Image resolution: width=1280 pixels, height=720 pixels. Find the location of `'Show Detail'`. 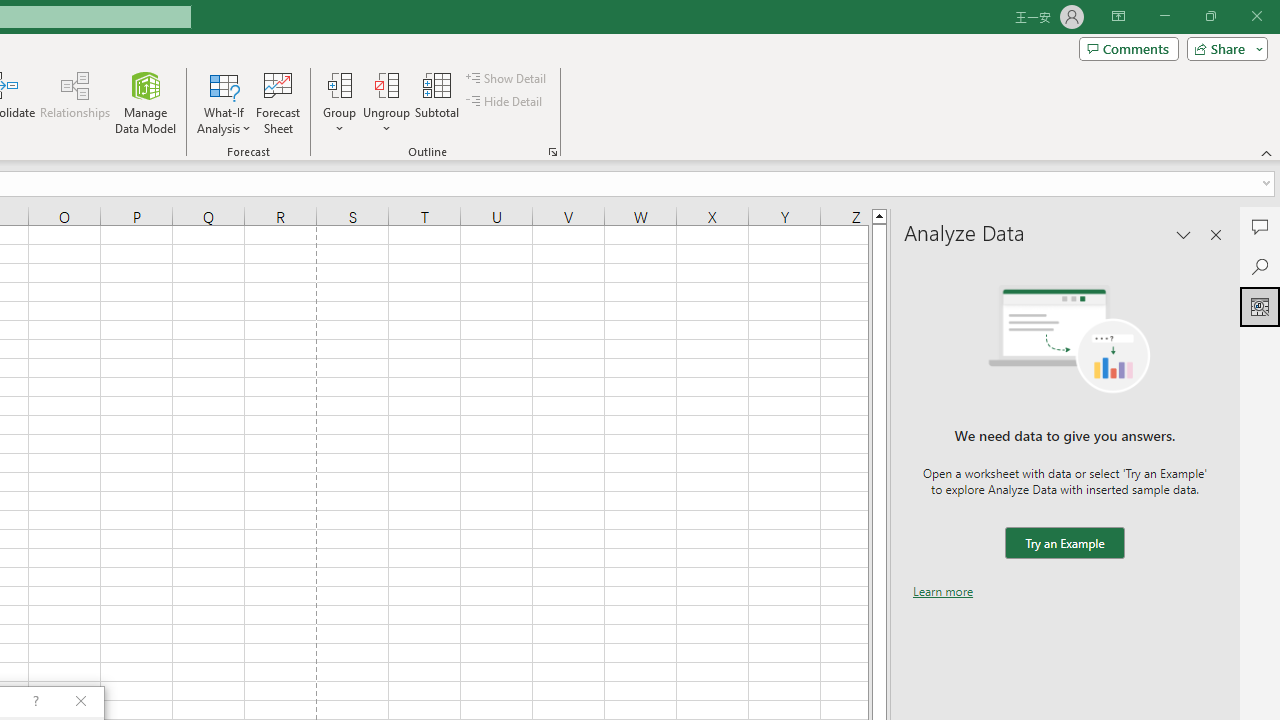

'Show Detail' is located at coordinates (507, 77).